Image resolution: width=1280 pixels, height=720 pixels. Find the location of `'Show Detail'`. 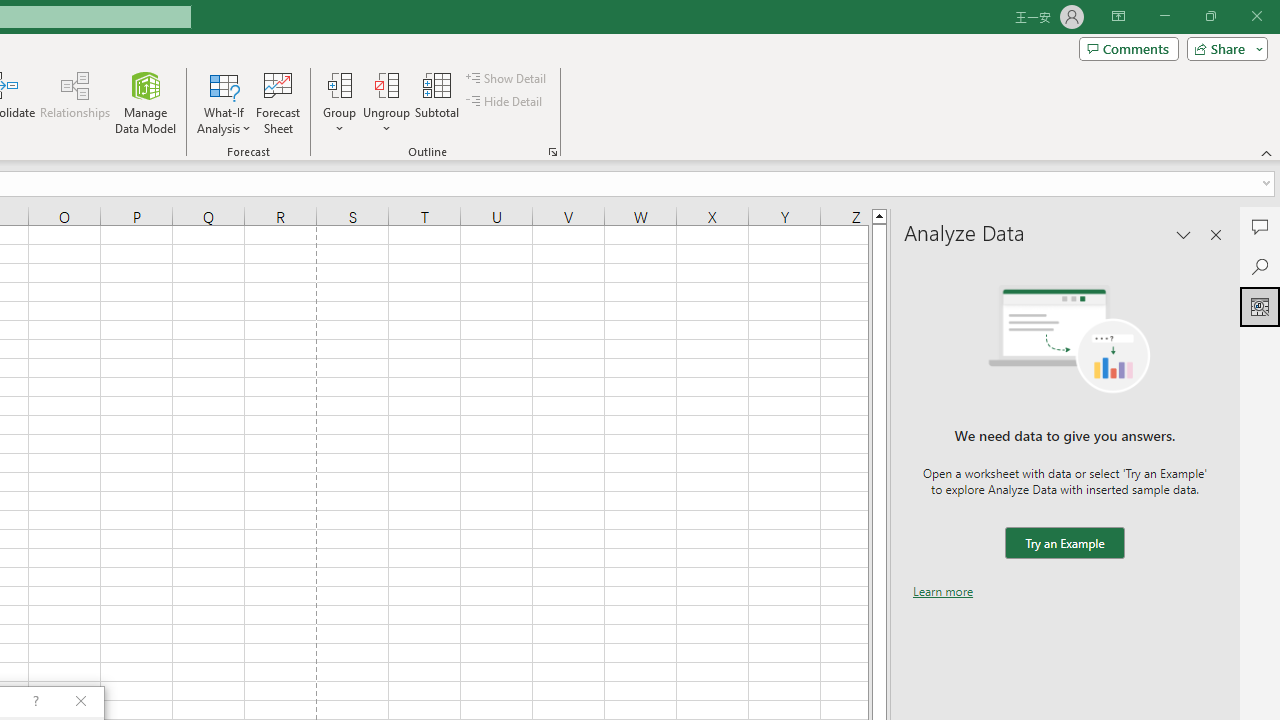

'Show Detail' is located at coordinates (507, 77).